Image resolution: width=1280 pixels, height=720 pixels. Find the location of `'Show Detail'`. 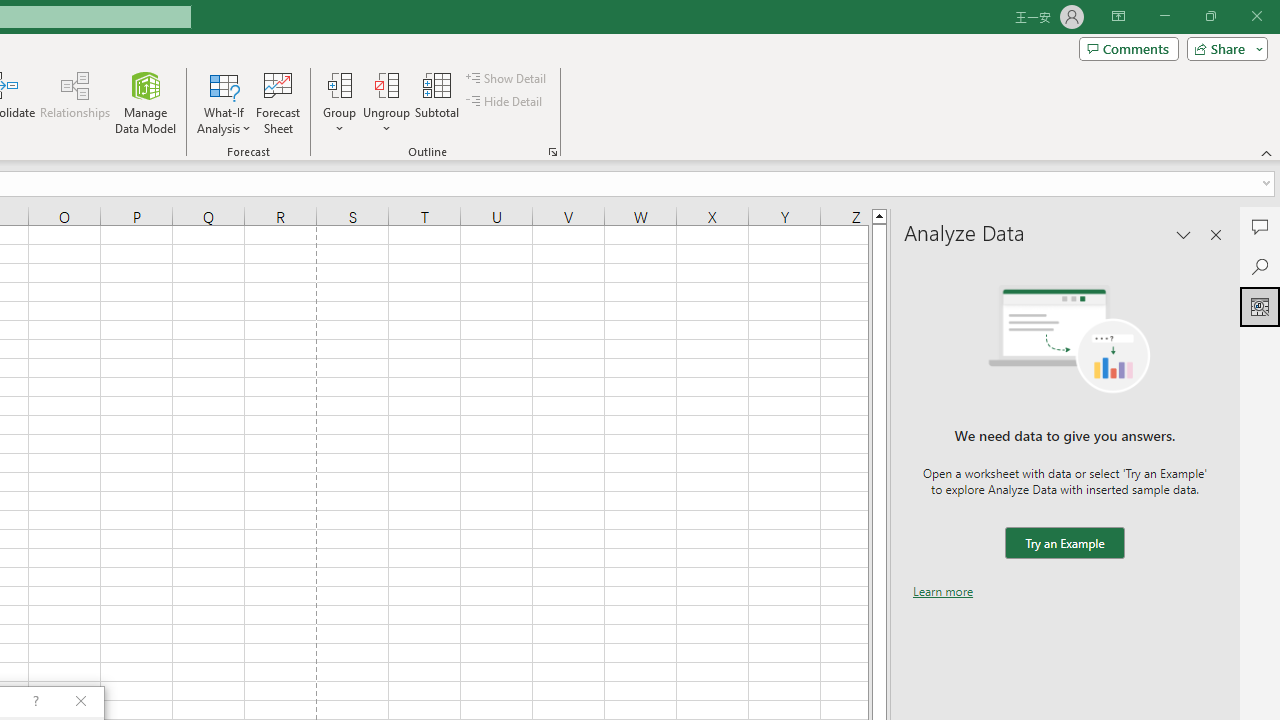

'Show Detail' is located at coordinates (507, 77).